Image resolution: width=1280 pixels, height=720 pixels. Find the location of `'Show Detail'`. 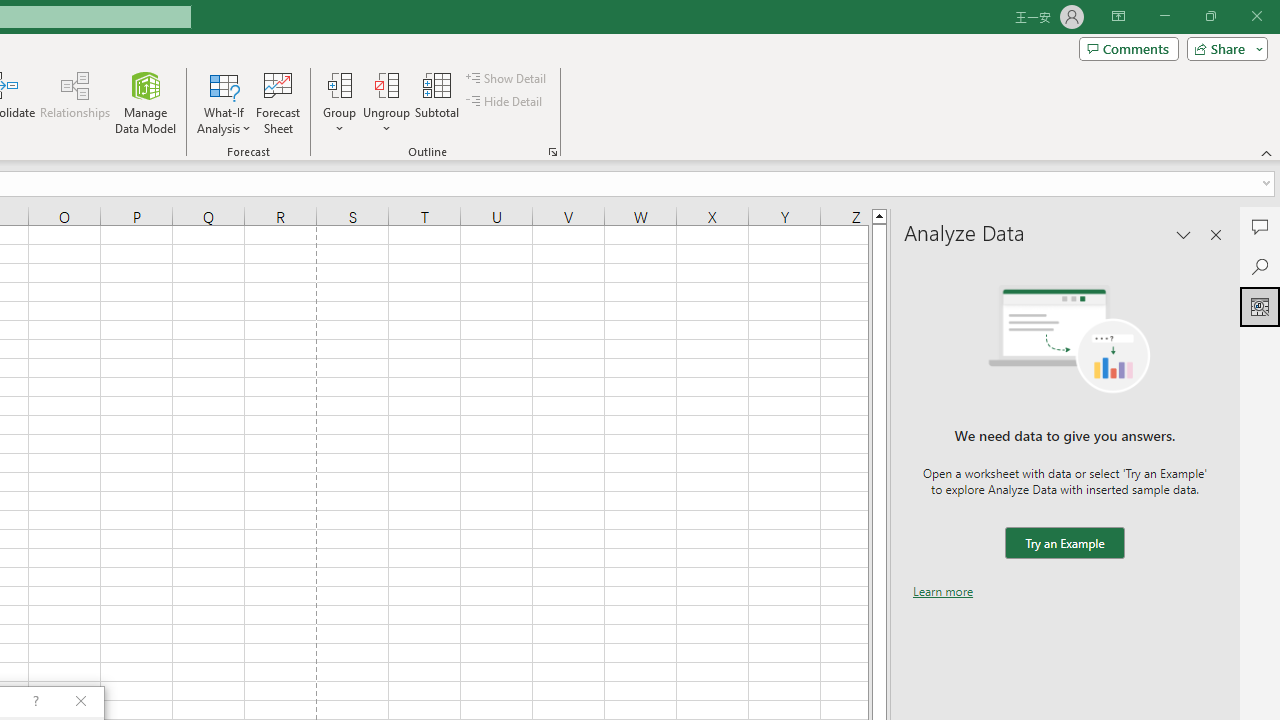

'Show Detail' is located at coordinates (507, 77).